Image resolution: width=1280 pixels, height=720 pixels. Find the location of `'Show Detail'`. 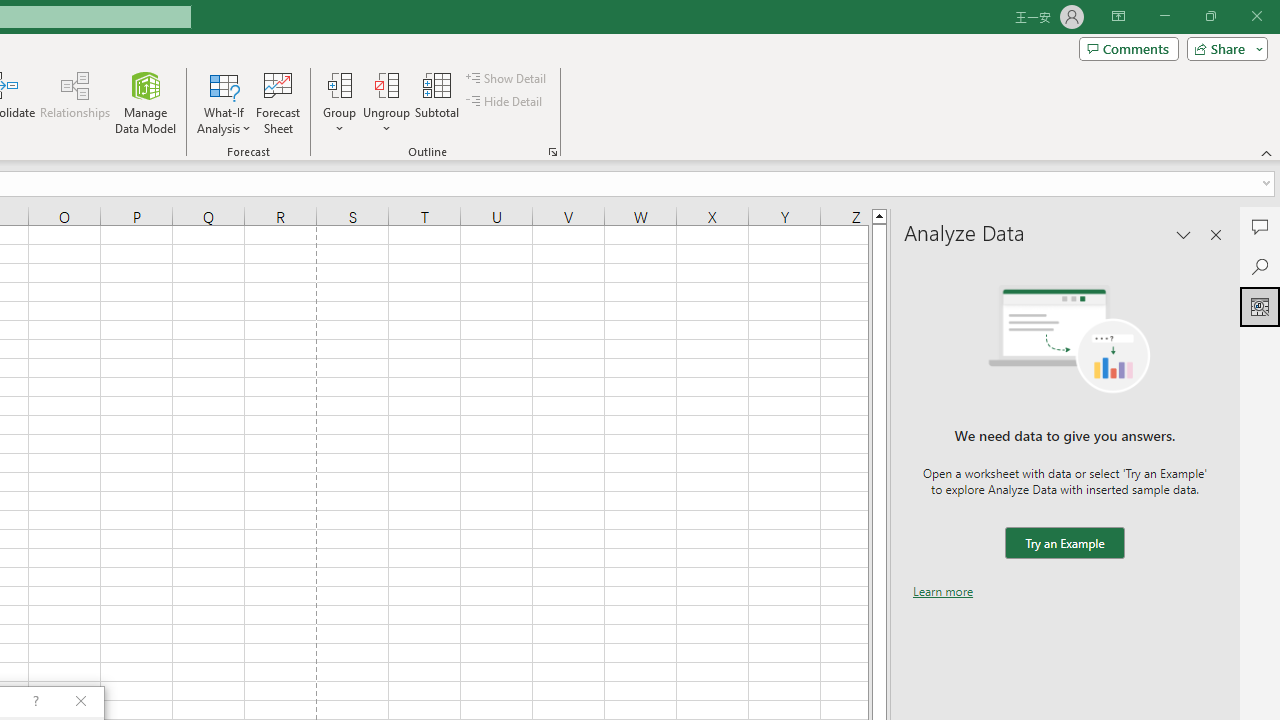

'Show Detail' is located at coordinates (507, 77).